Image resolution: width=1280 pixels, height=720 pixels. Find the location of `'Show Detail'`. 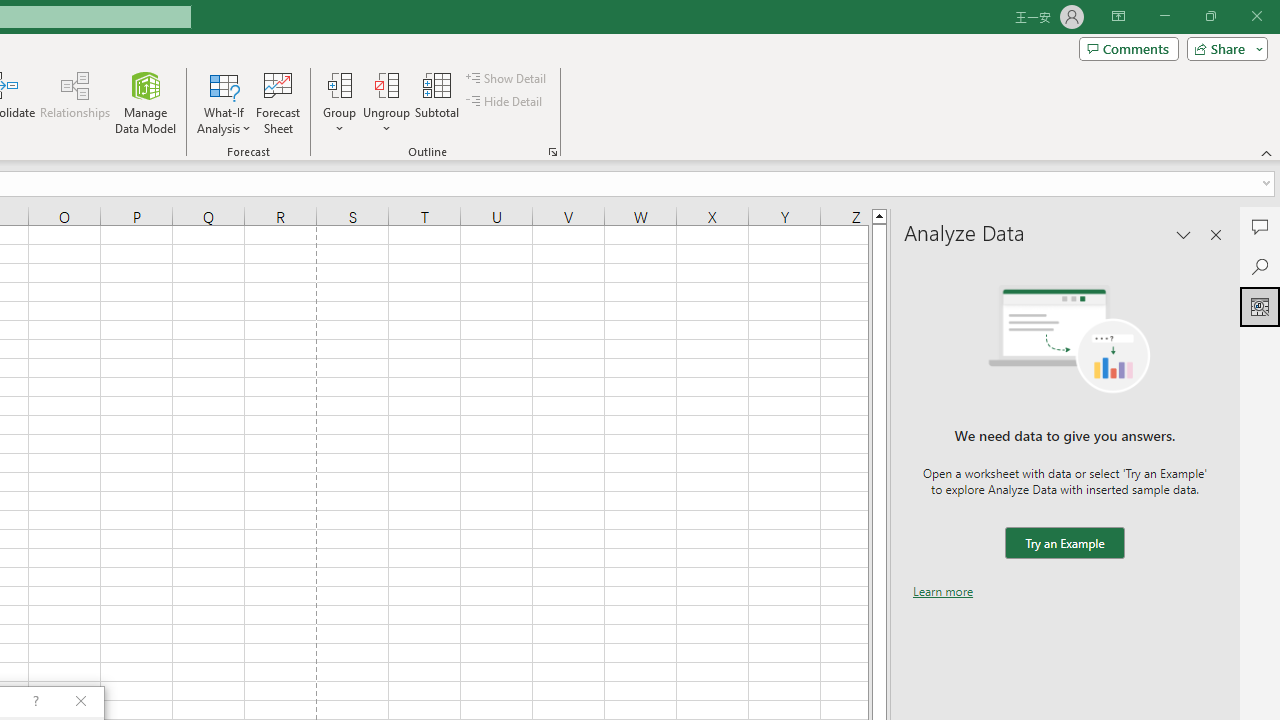

'Show Detail' is located at coordinates (507, 77).